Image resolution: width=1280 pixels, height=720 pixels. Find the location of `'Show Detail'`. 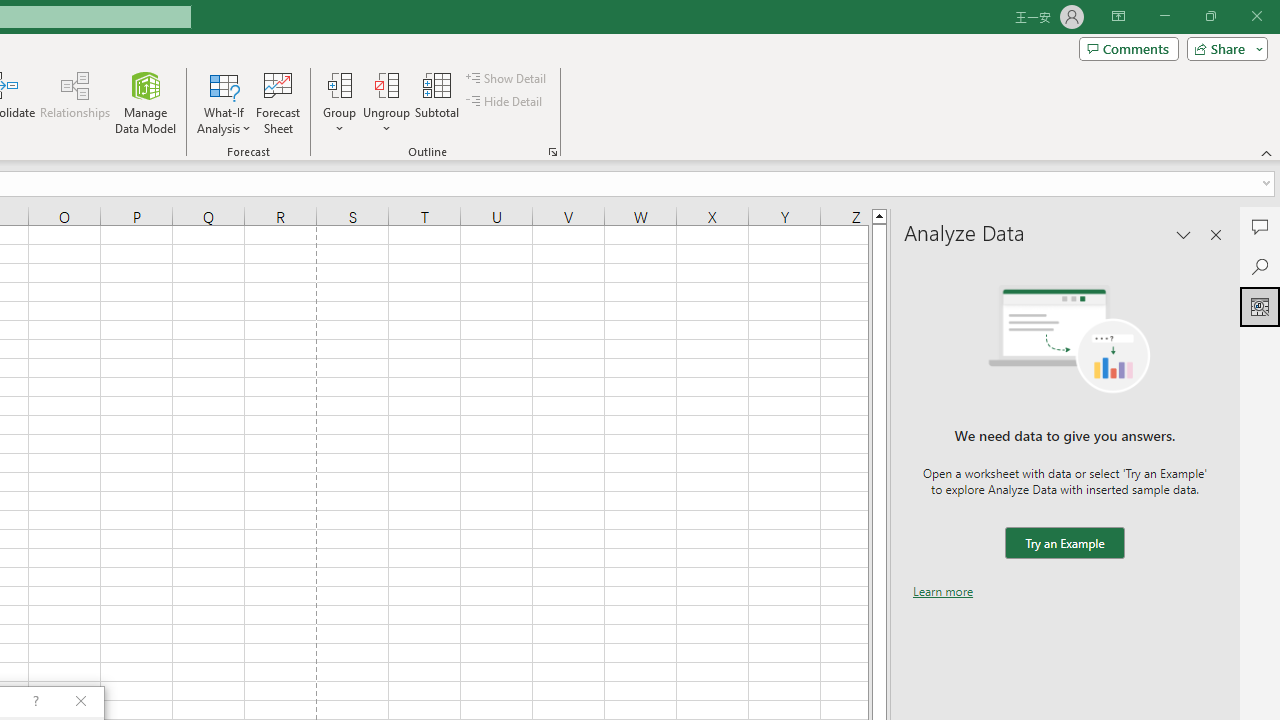

'Show Detail' is located at coordinates (507, 77).